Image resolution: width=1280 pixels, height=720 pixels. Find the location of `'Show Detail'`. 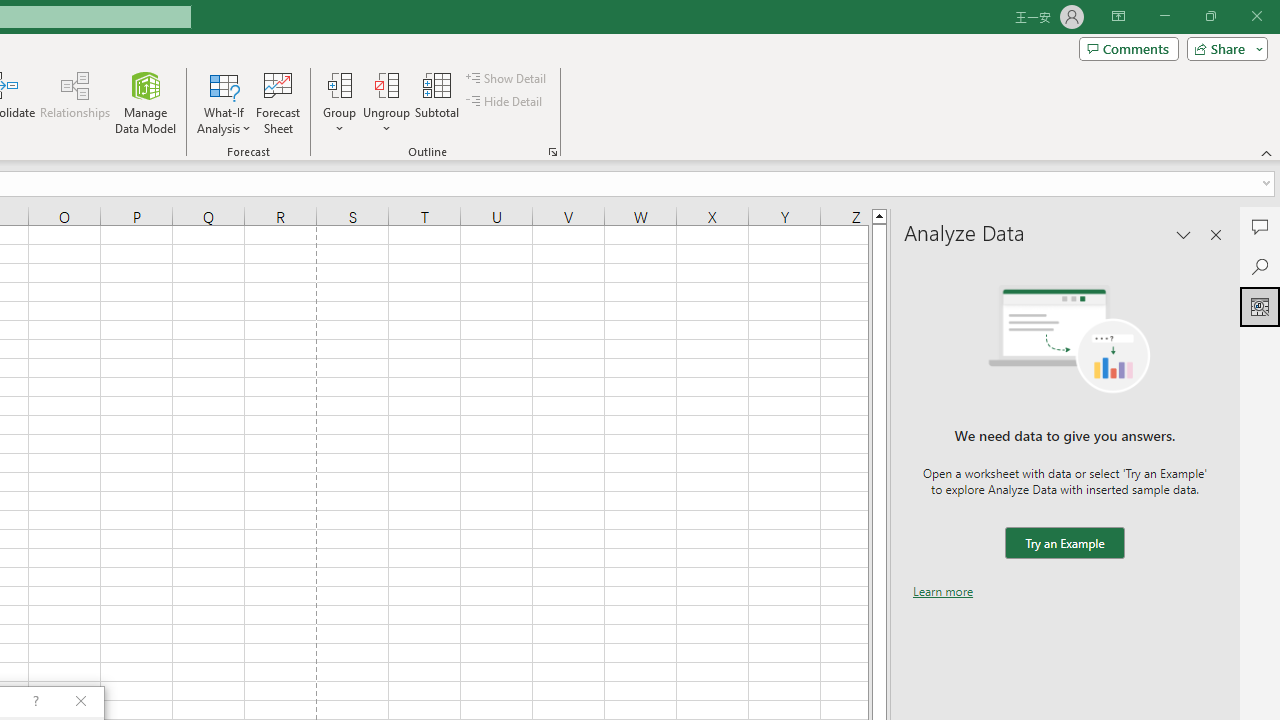

'Show Detail' is located at coordinates (507, 77).